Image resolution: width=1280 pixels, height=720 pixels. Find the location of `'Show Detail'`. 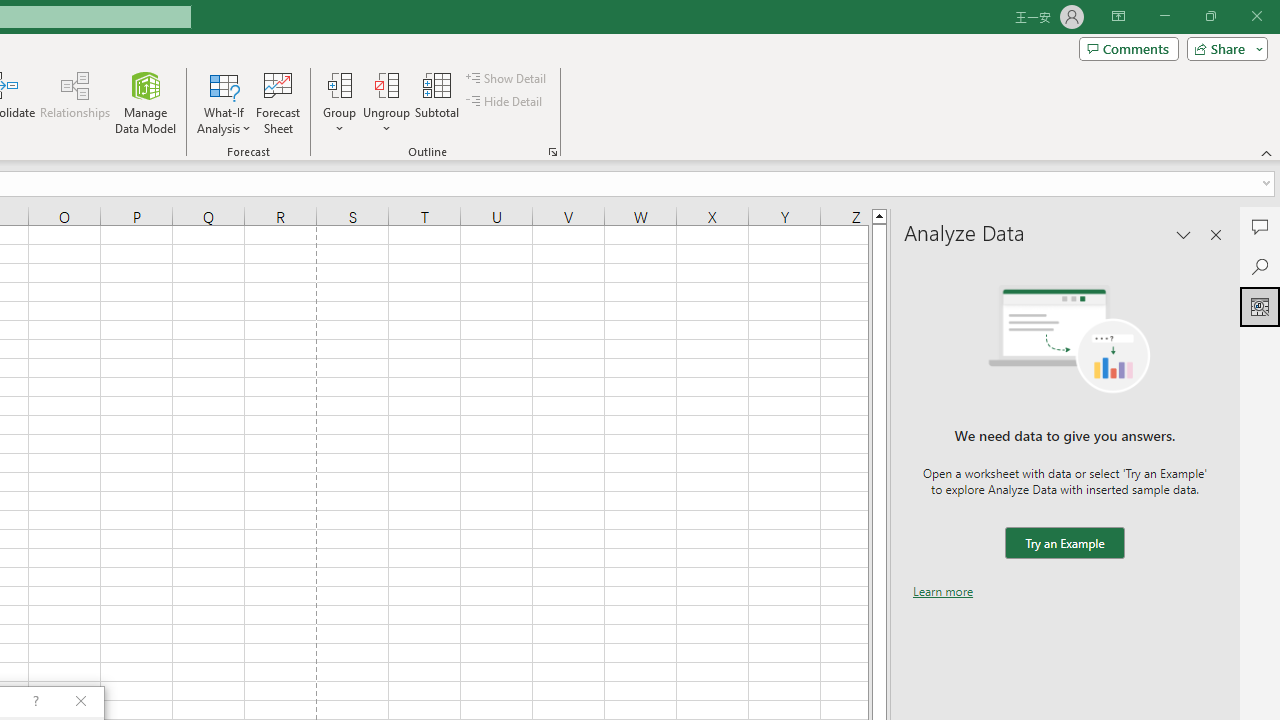

'Show Detail' is located at coordinates (507, 77).